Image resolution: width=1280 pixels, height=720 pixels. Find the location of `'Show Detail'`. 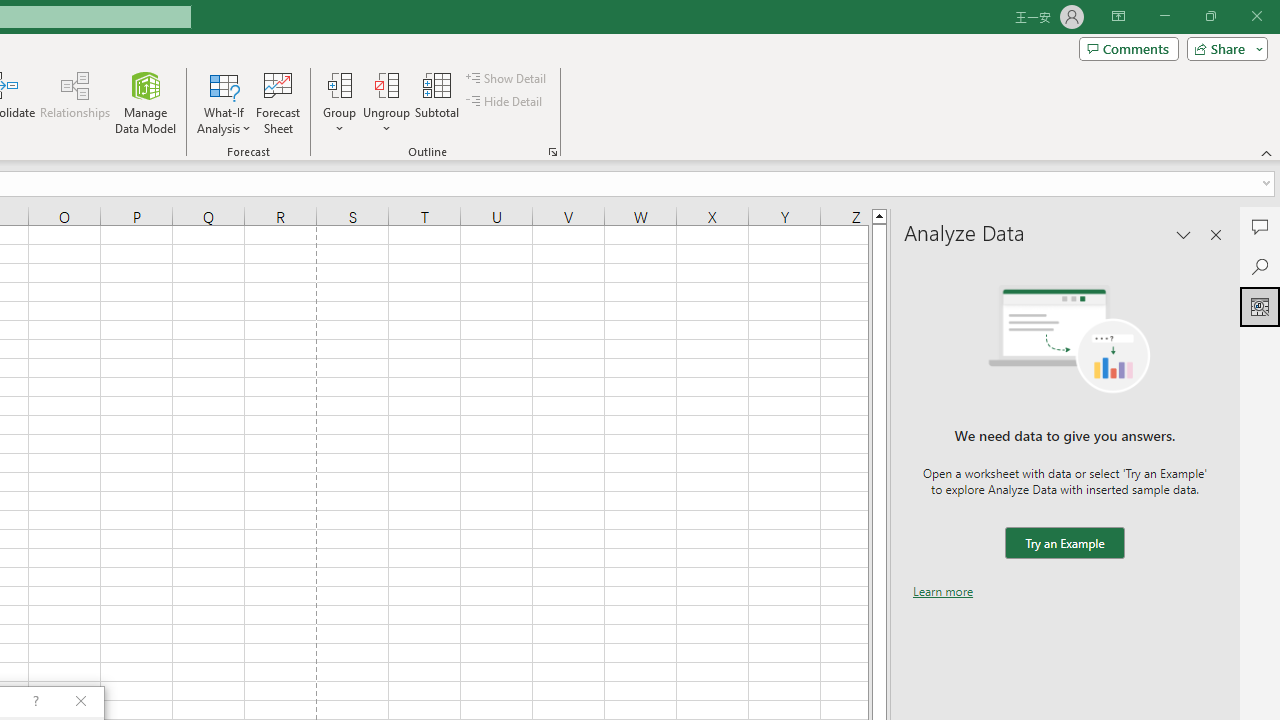

'Show Detail' is located at coordinates (507, 77).